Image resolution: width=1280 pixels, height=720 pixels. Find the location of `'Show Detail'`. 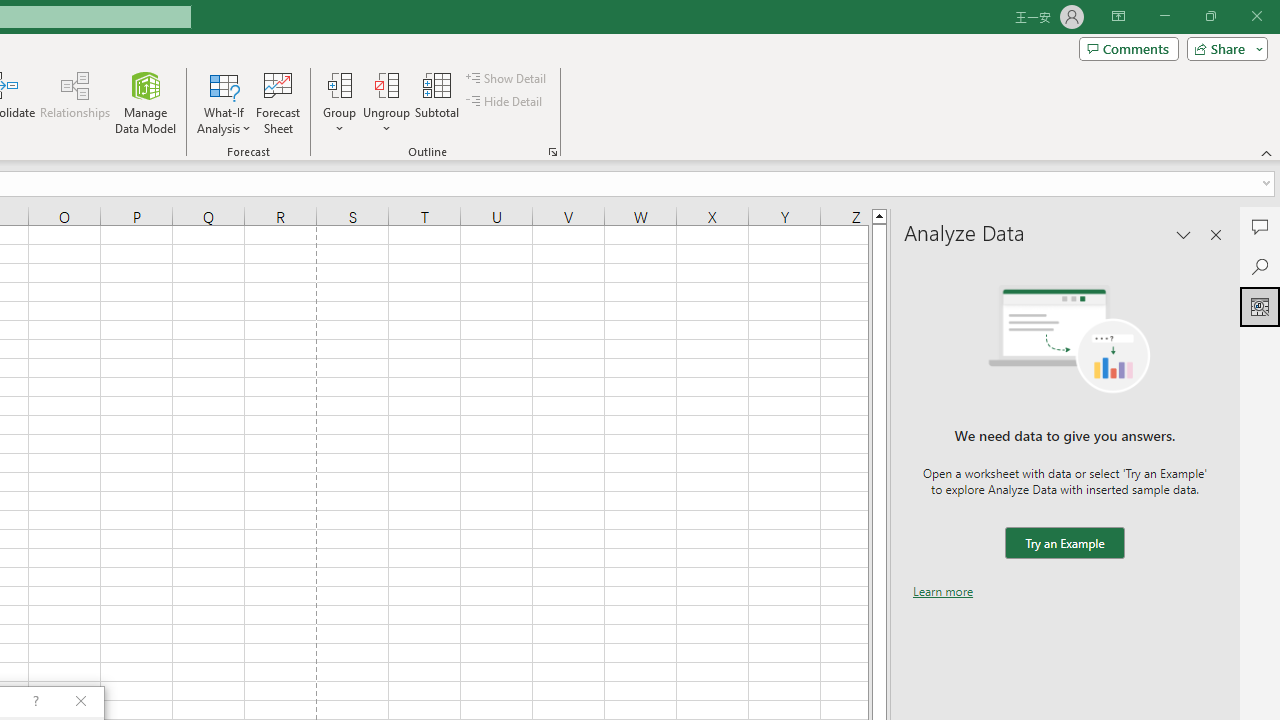

'Show Detail' is located at coordinates (507, 77).